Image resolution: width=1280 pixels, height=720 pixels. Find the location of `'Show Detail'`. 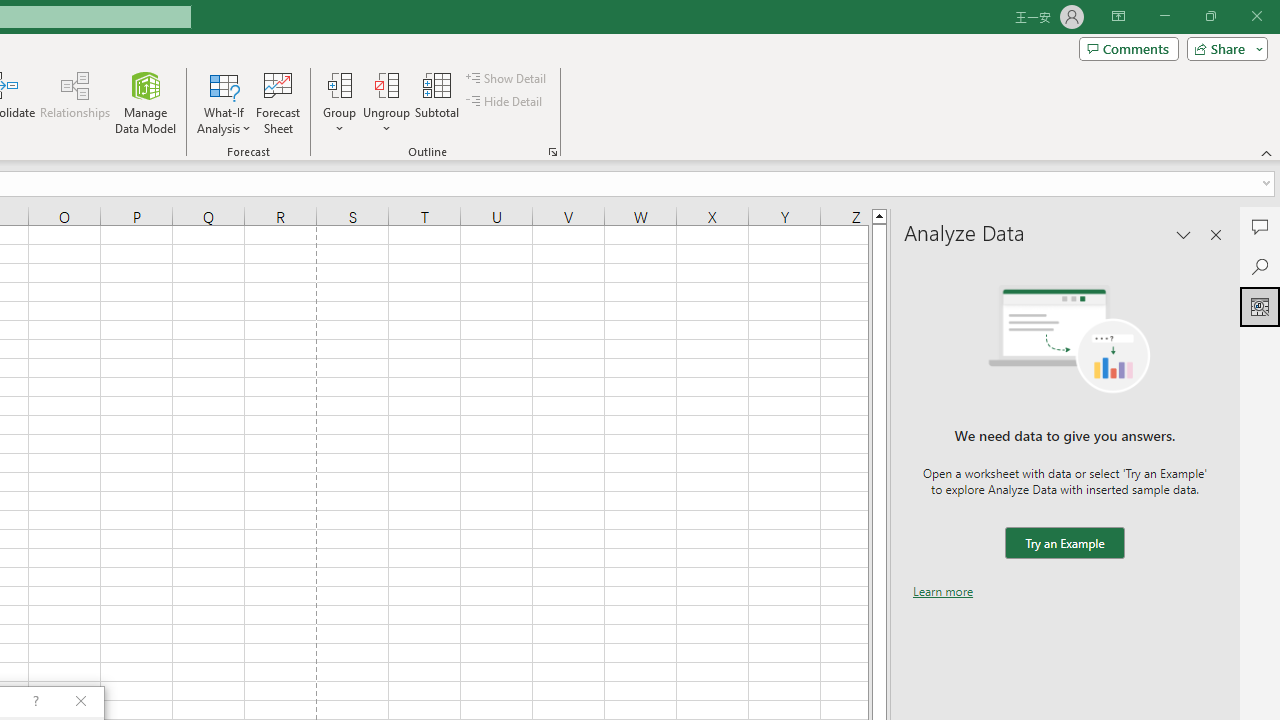

'Show Detail' is located at coordinates (507, 77).